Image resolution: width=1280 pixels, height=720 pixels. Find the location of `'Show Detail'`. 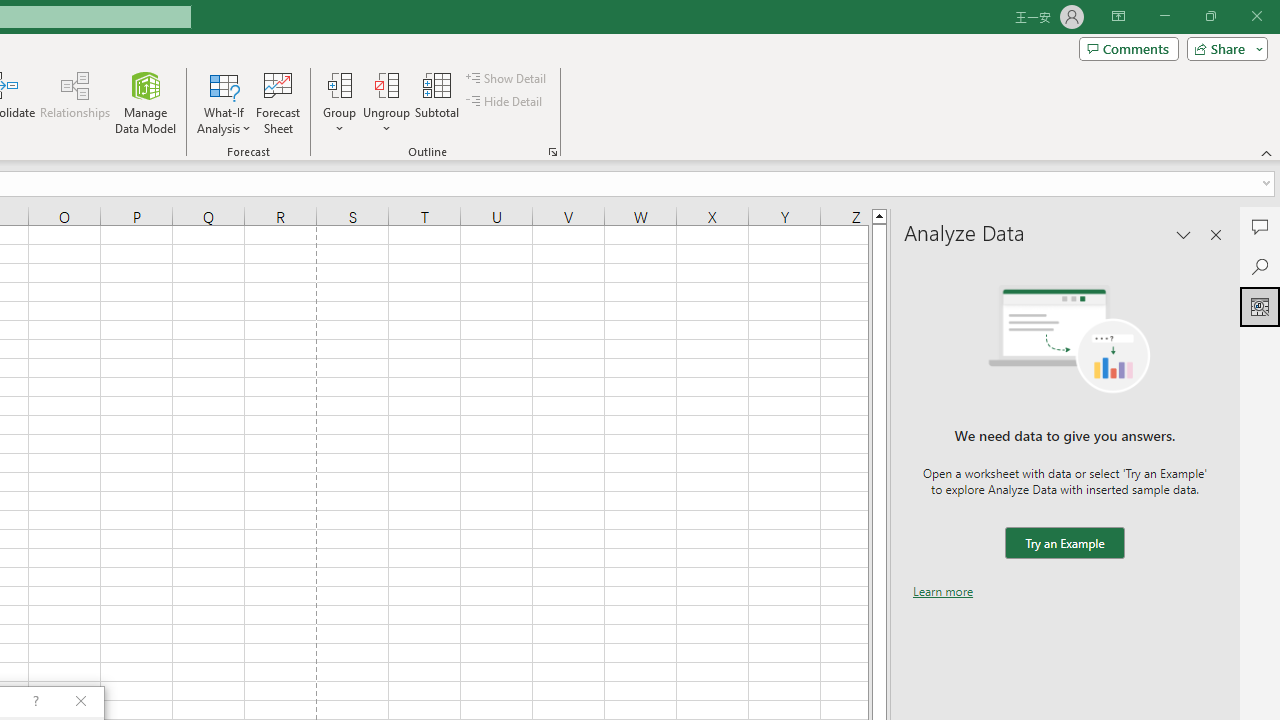

'Show Detail' is located at coordinates (507, 77).